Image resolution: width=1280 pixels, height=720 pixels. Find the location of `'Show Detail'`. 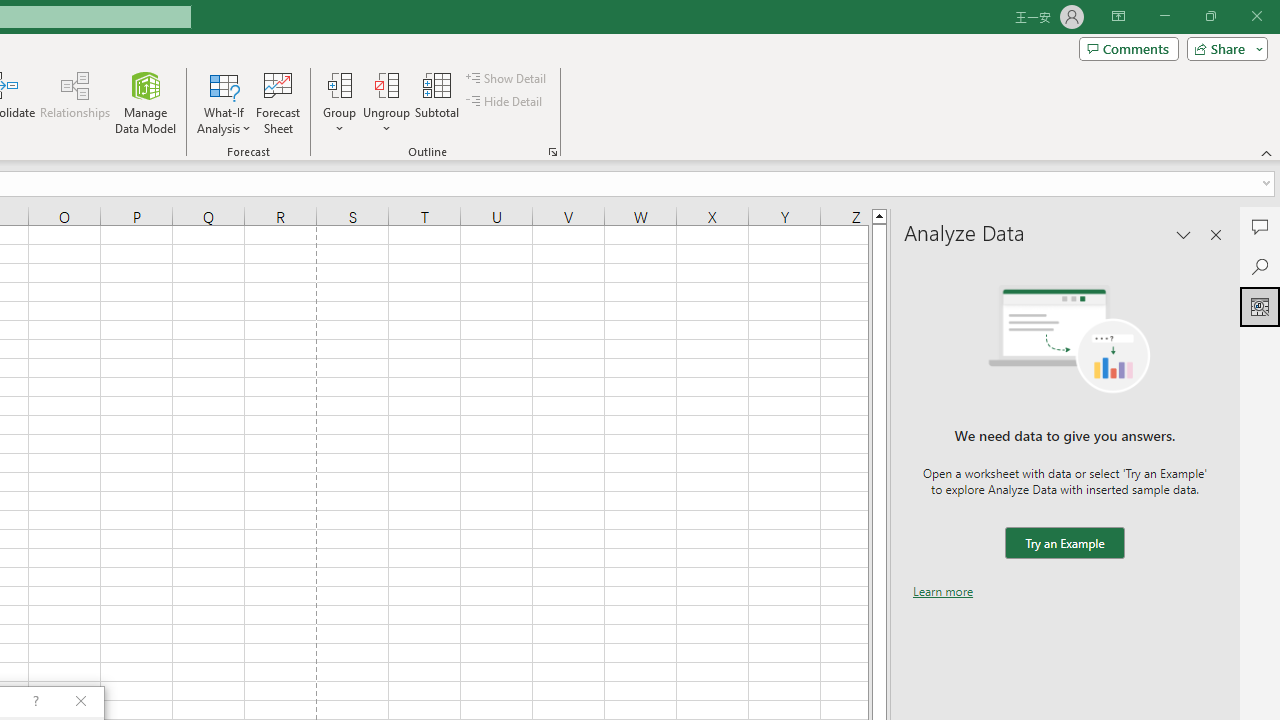

'Show Detail' is located at coordinates (507, 77).